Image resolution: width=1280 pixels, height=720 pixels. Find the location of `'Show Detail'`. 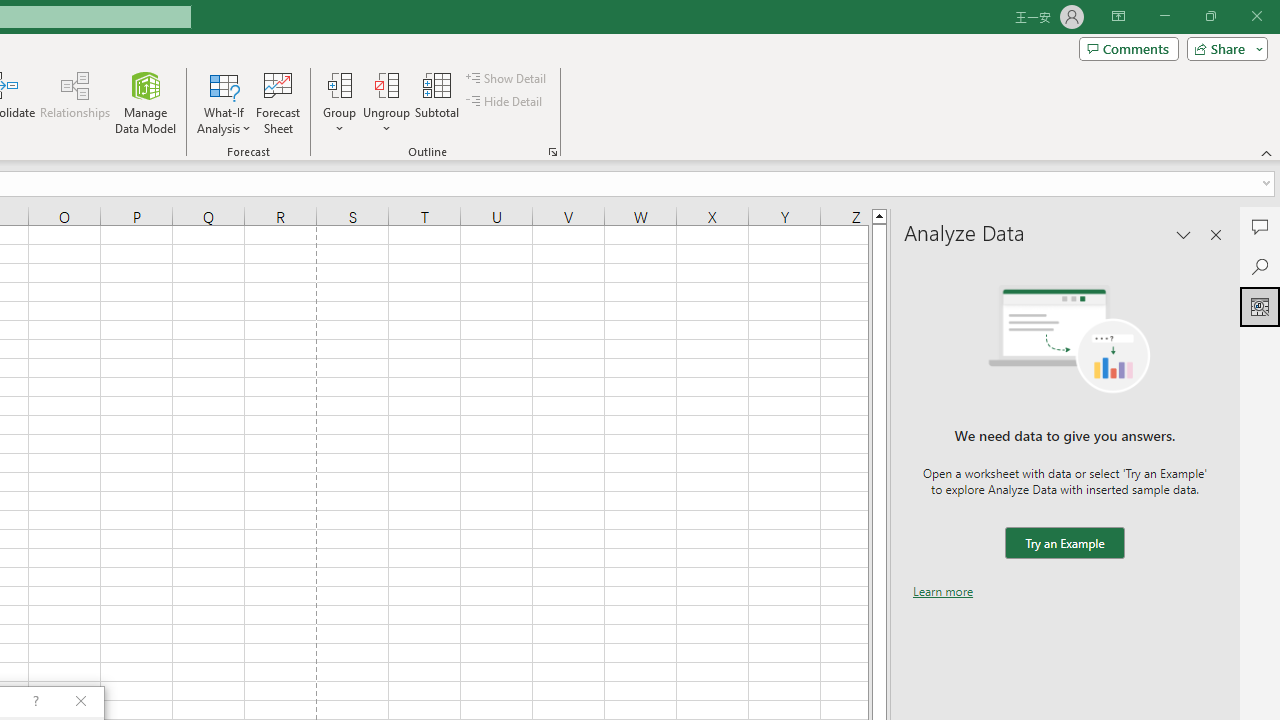

'Show Detail' is located at coordinates (507, 77).